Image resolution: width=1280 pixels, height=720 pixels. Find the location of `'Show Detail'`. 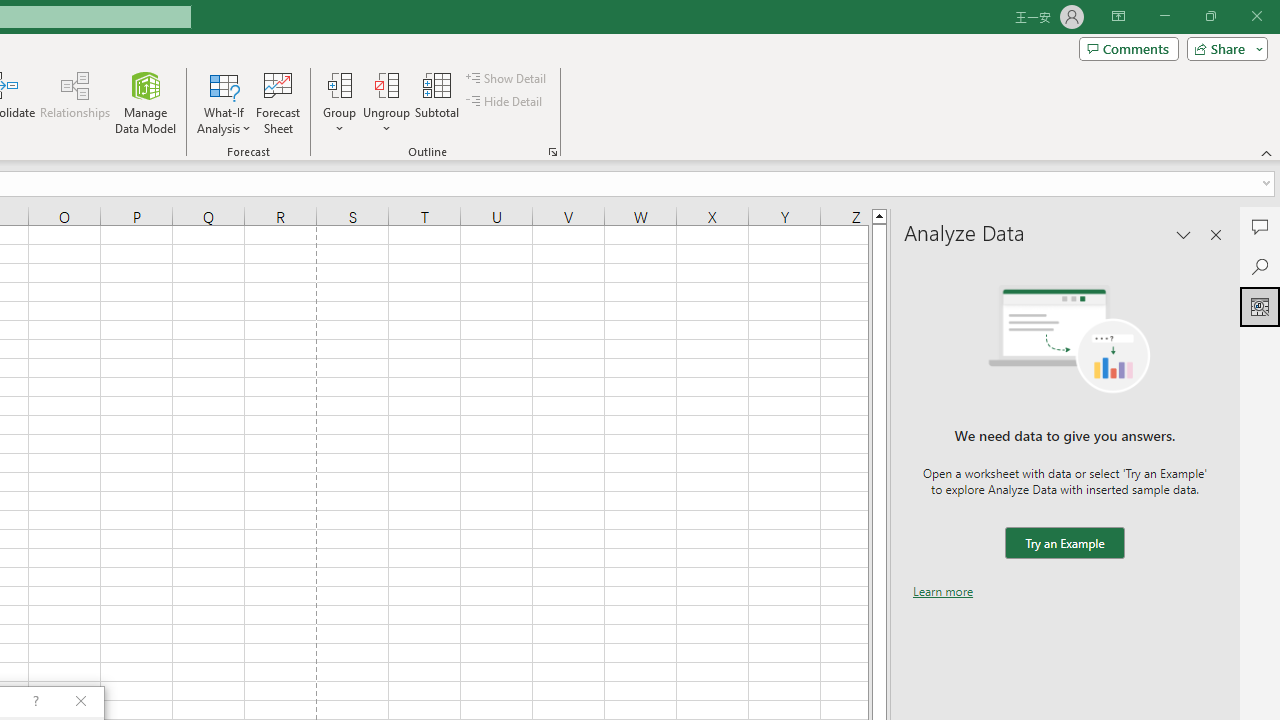

'Show Detail' is located at coordinates (507, 77).